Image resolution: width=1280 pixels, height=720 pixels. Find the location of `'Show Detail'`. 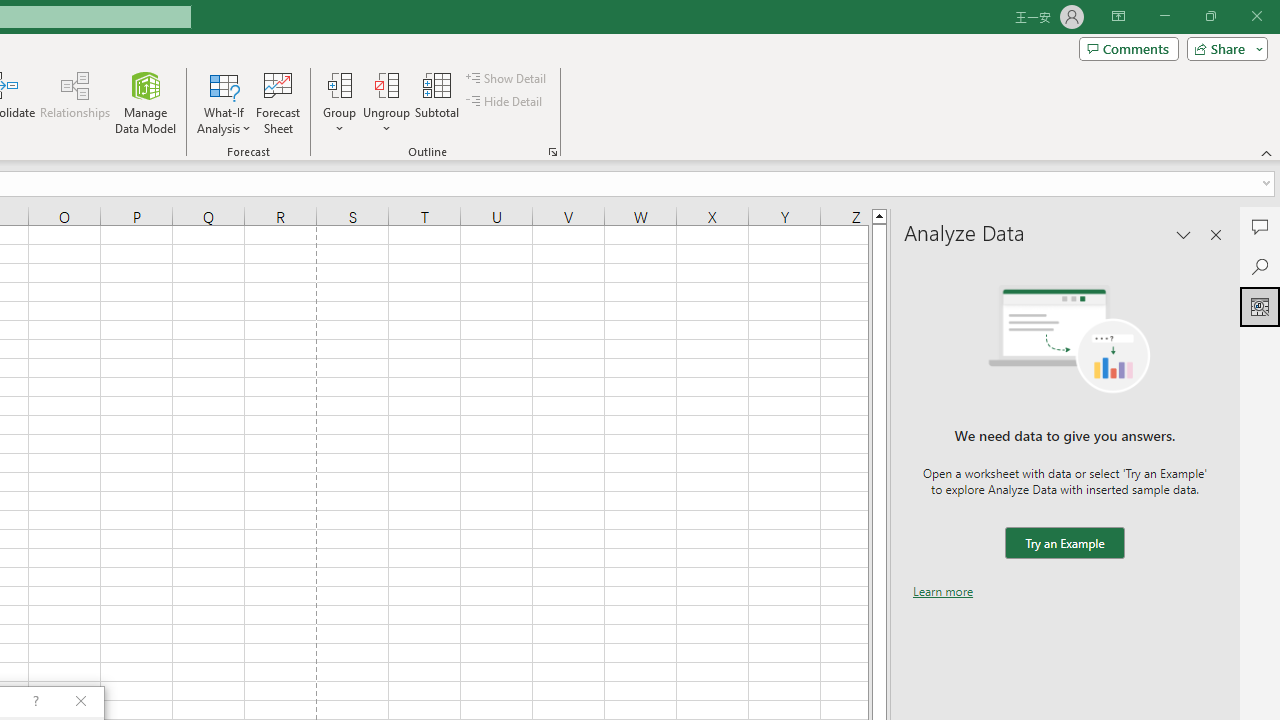

'Show Detail' is located at coordinates (507, 77).